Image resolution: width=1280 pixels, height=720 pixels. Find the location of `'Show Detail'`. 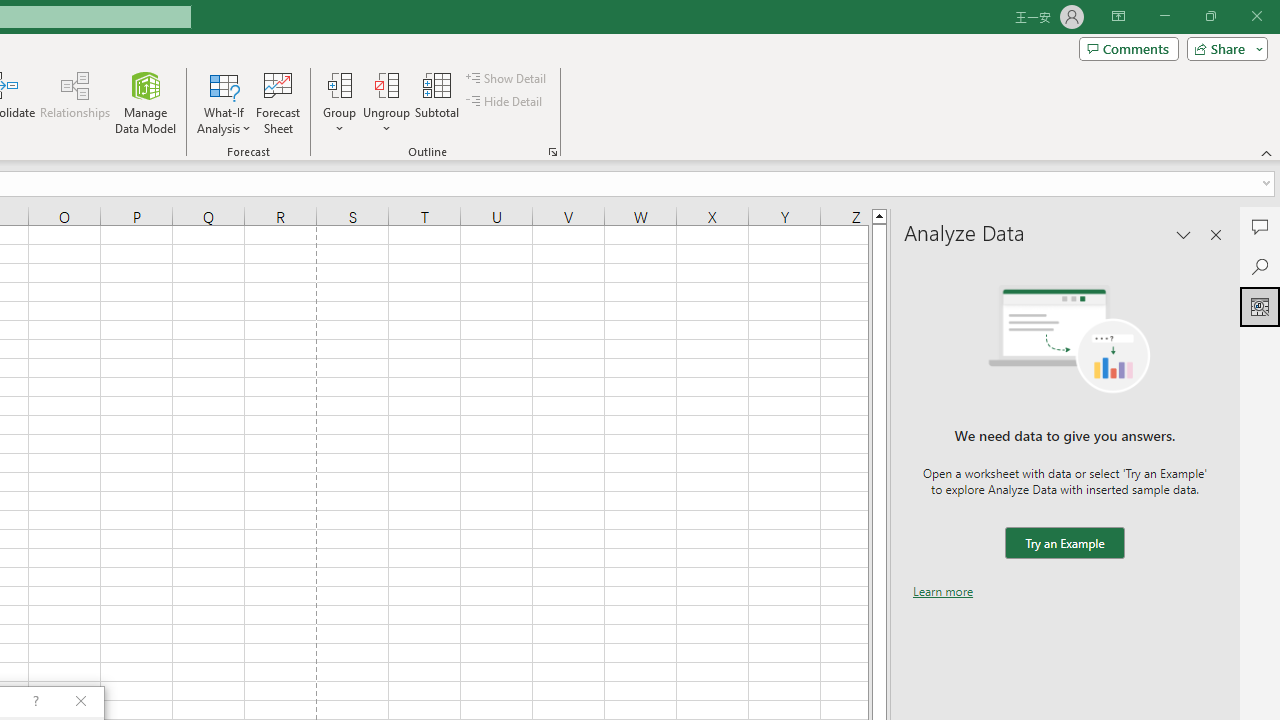

'Show Detail' is located at coordinates (507, 77).